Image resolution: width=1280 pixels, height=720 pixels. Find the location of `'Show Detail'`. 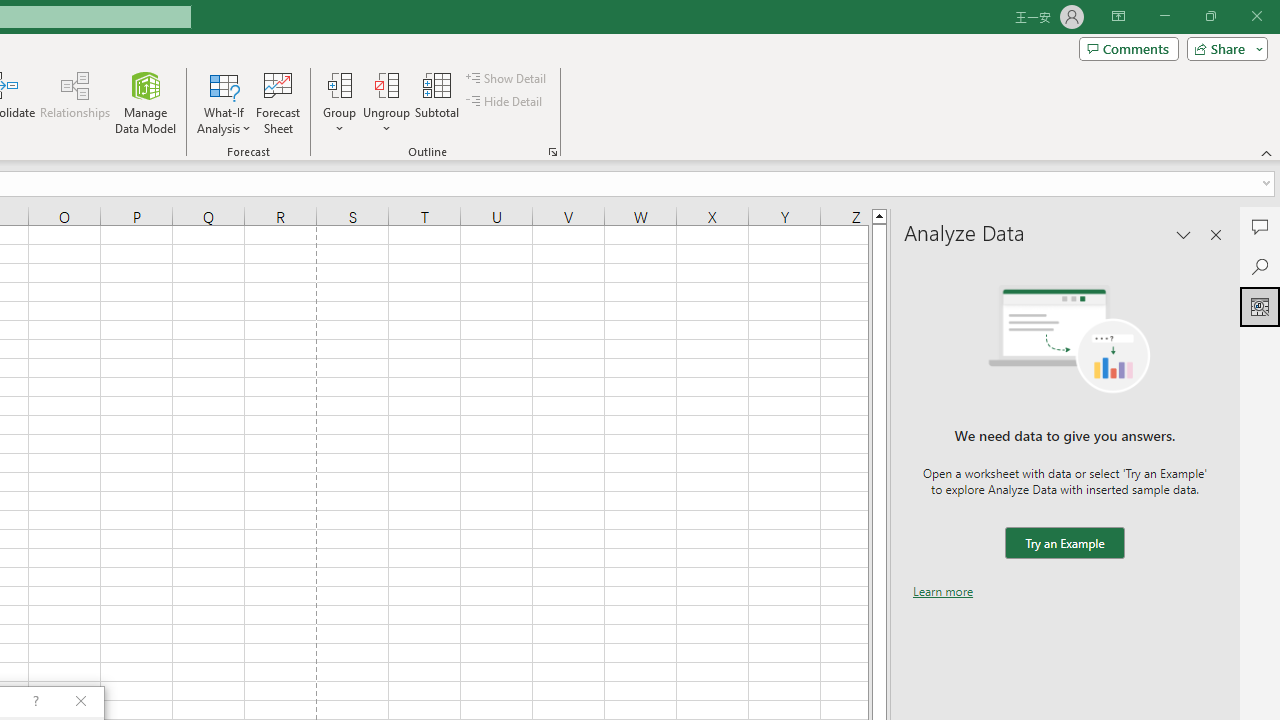

'Show Detail' is located at coordinates (507, 77).